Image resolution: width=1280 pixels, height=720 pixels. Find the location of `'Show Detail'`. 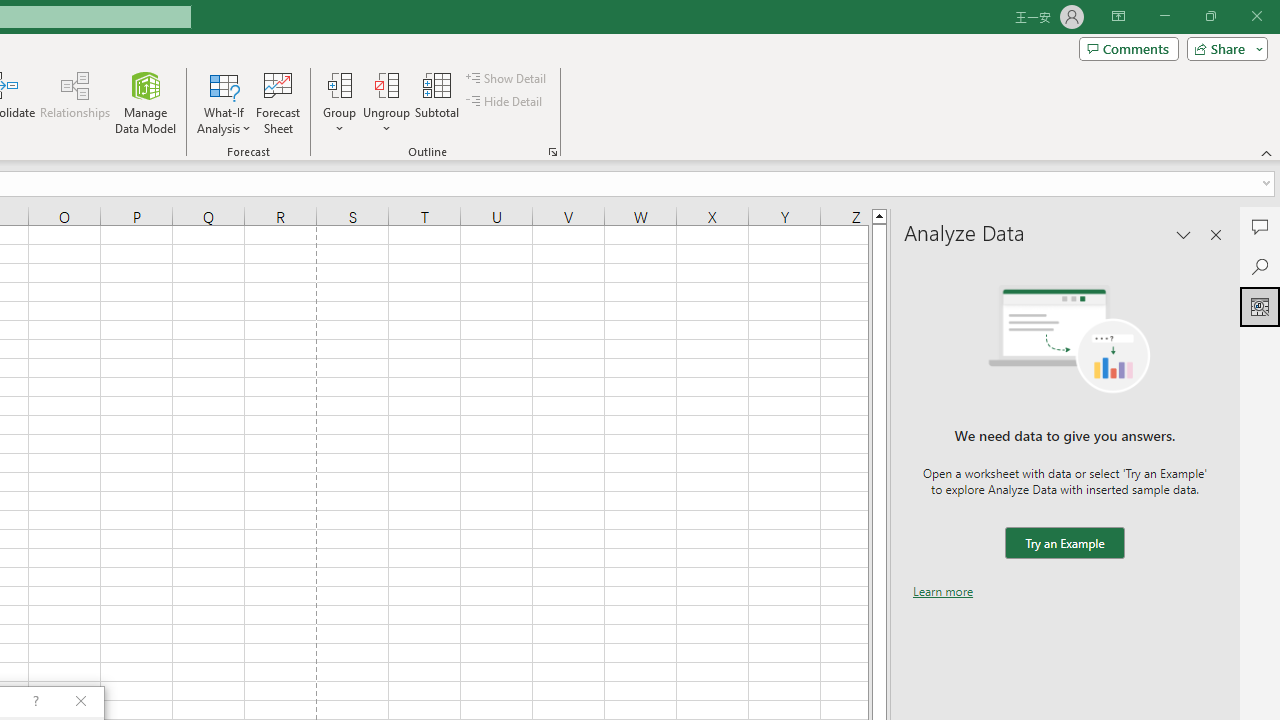

'Show Detail' is located at coordinates (507, 77).